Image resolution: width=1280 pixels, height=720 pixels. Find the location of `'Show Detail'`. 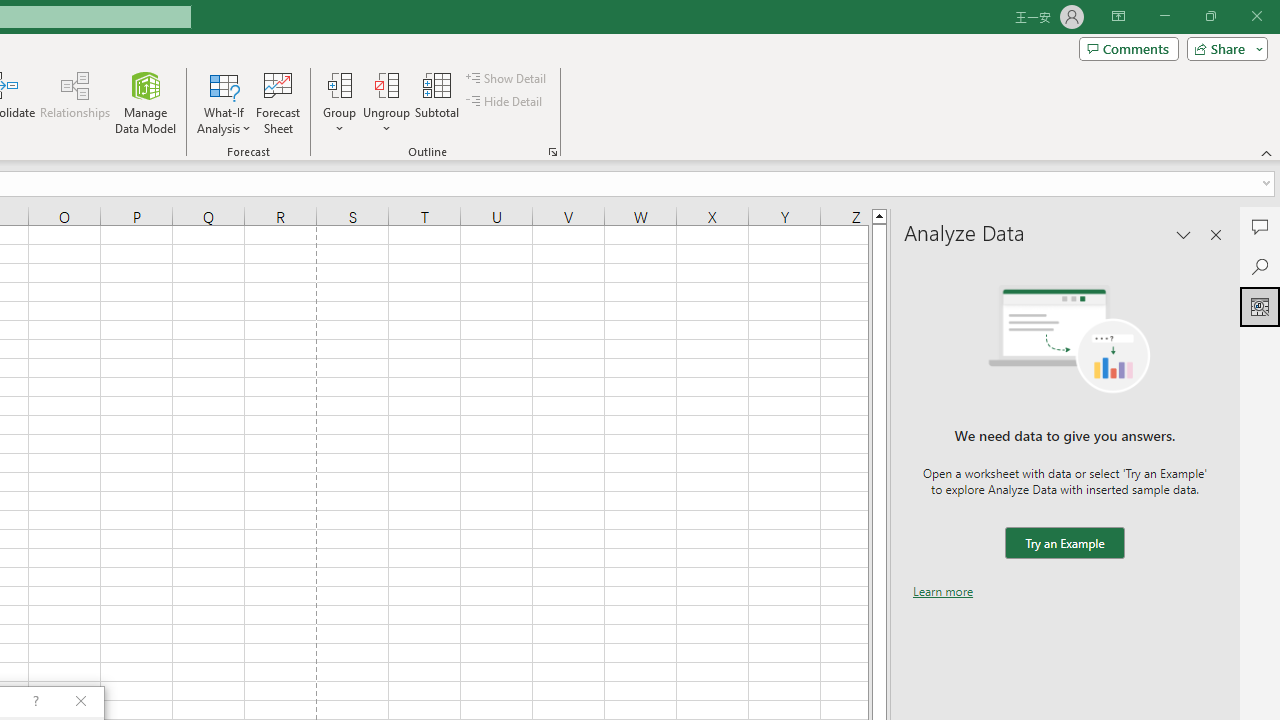

'Show Detail' is located at coordinates (507, 77).